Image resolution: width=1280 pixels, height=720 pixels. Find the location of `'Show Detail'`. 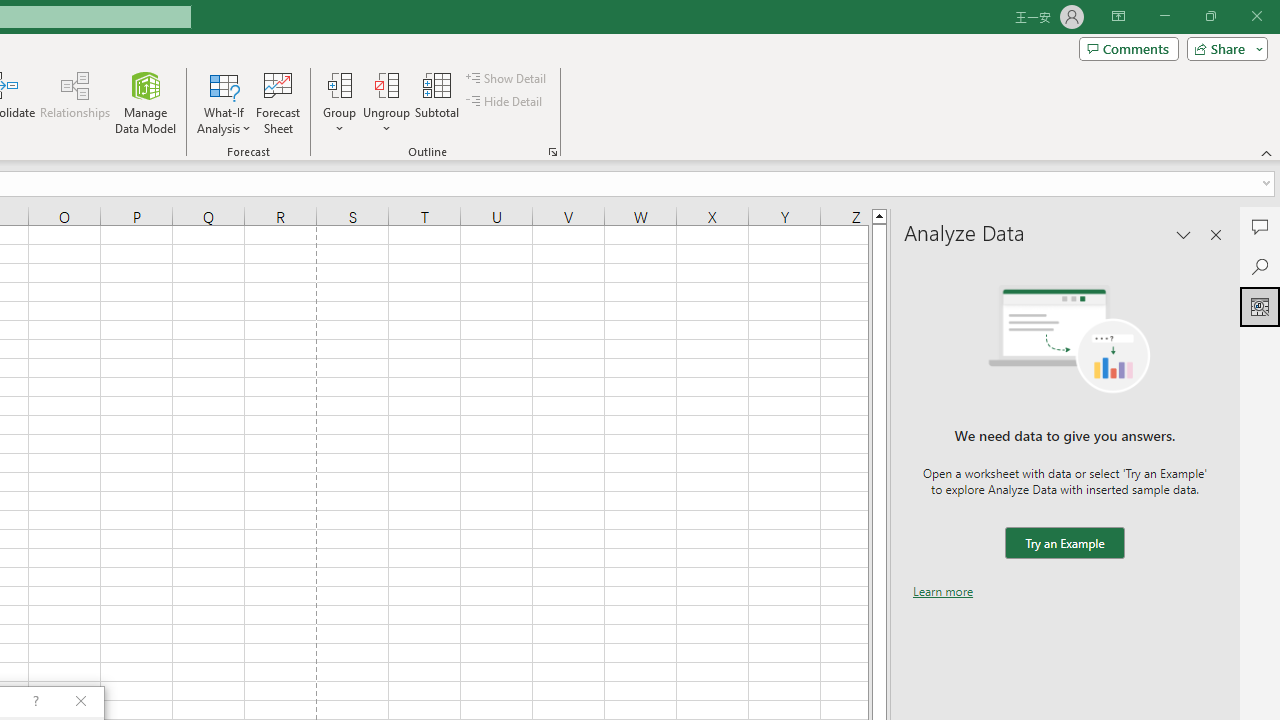

'Show Detail' is located at coordinates (507, 77).